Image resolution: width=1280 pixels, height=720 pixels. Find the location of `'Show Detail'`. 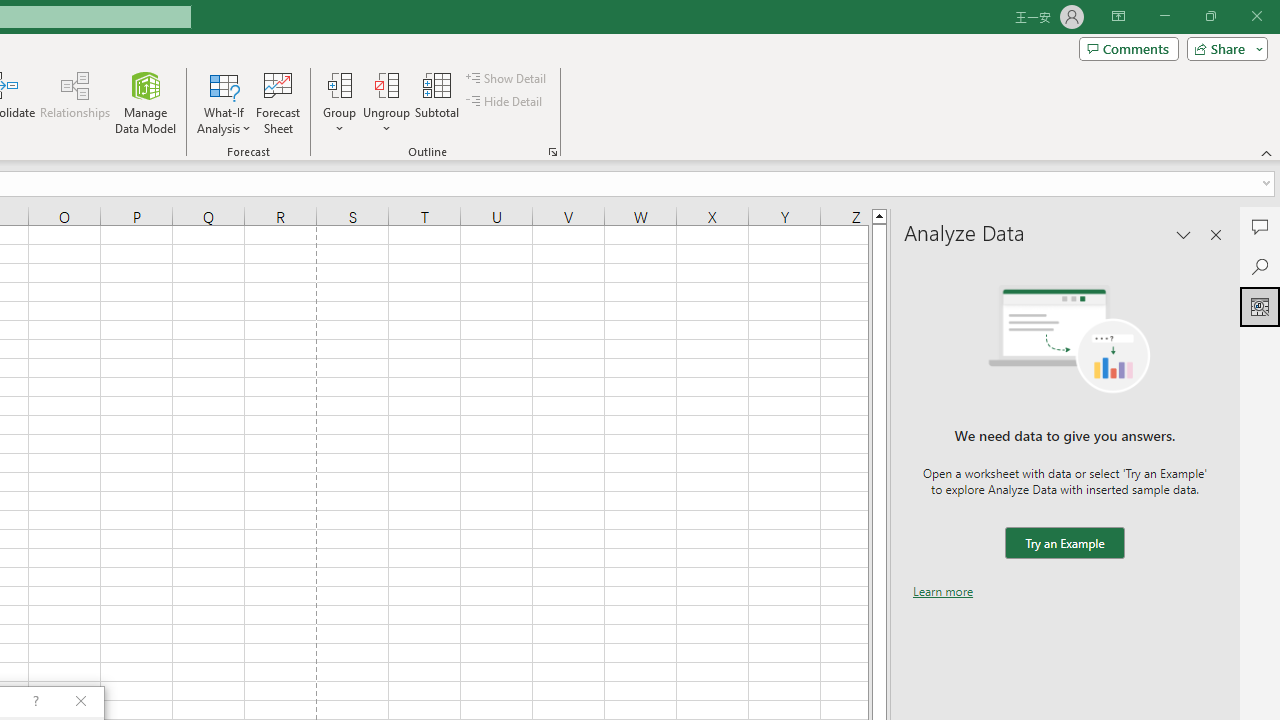

'Show Detail' is located at coordinates (507, 77).